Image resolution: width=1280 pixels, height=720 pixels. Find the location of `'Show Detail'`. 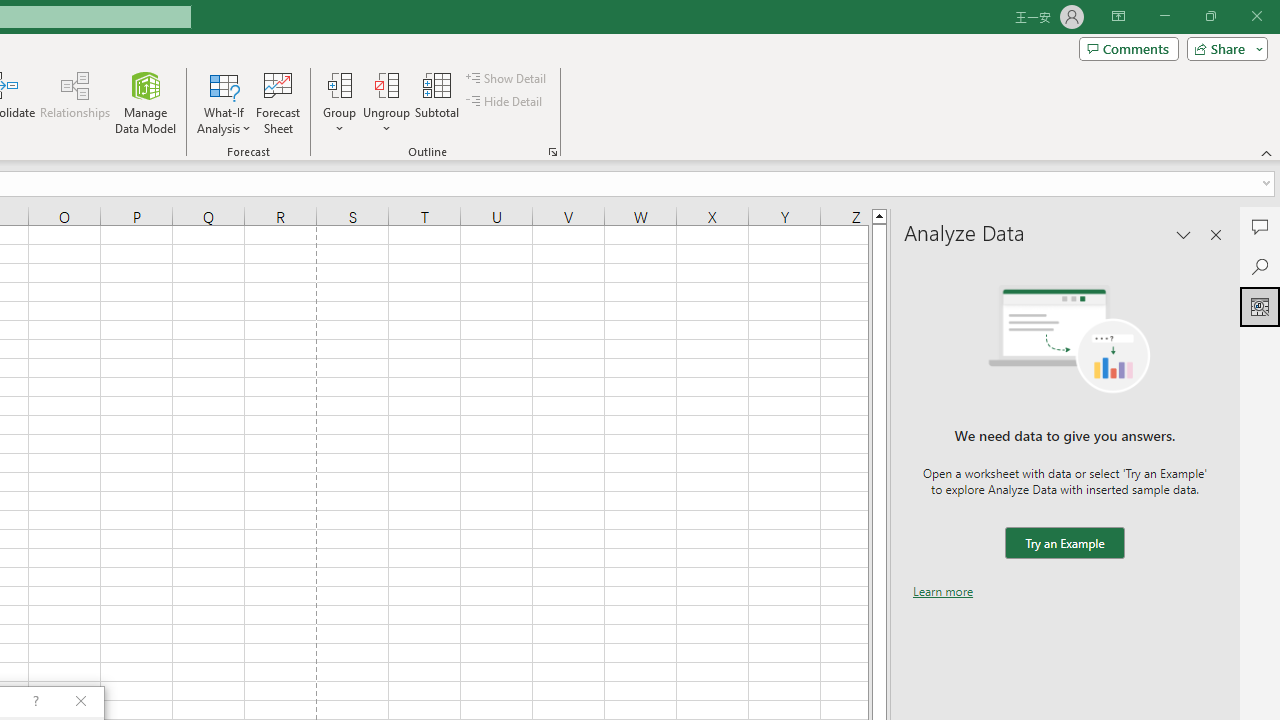

'Show Detail' is located at coordinates (507, 77).